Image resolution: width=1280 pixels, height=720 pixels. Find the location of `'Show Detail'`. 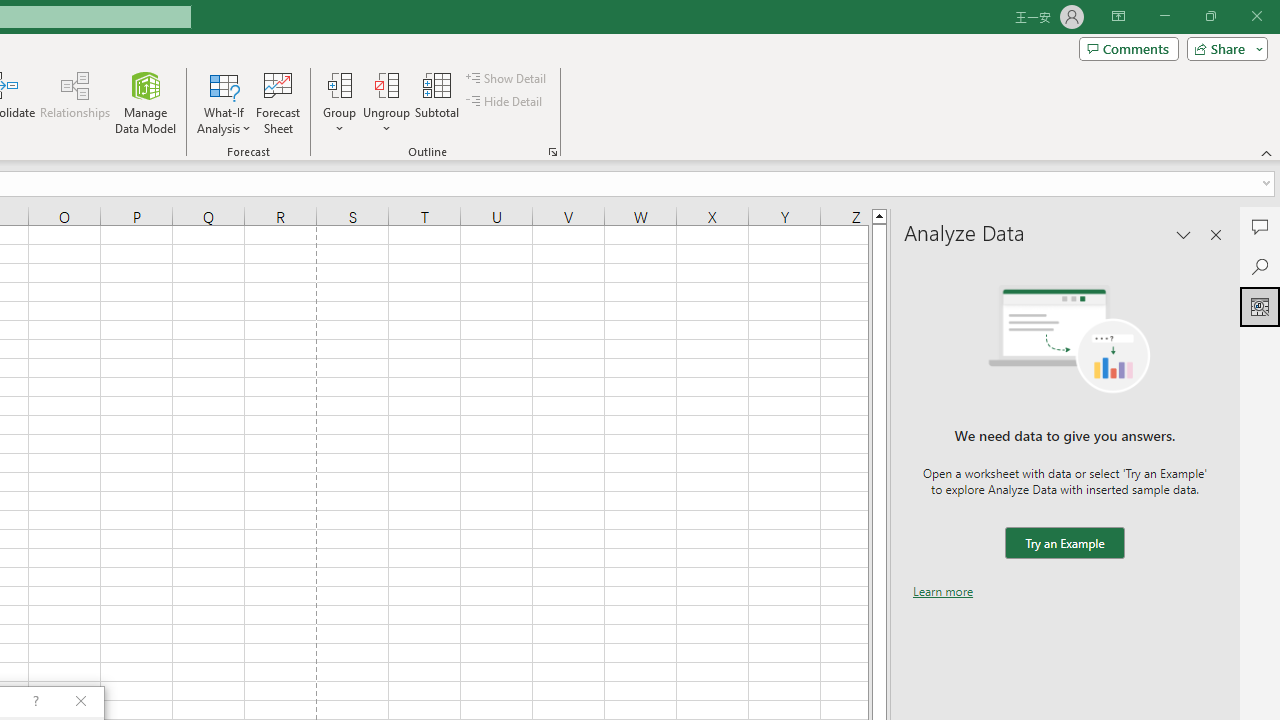

'Show Detail' is located at coordinates (507, 77).